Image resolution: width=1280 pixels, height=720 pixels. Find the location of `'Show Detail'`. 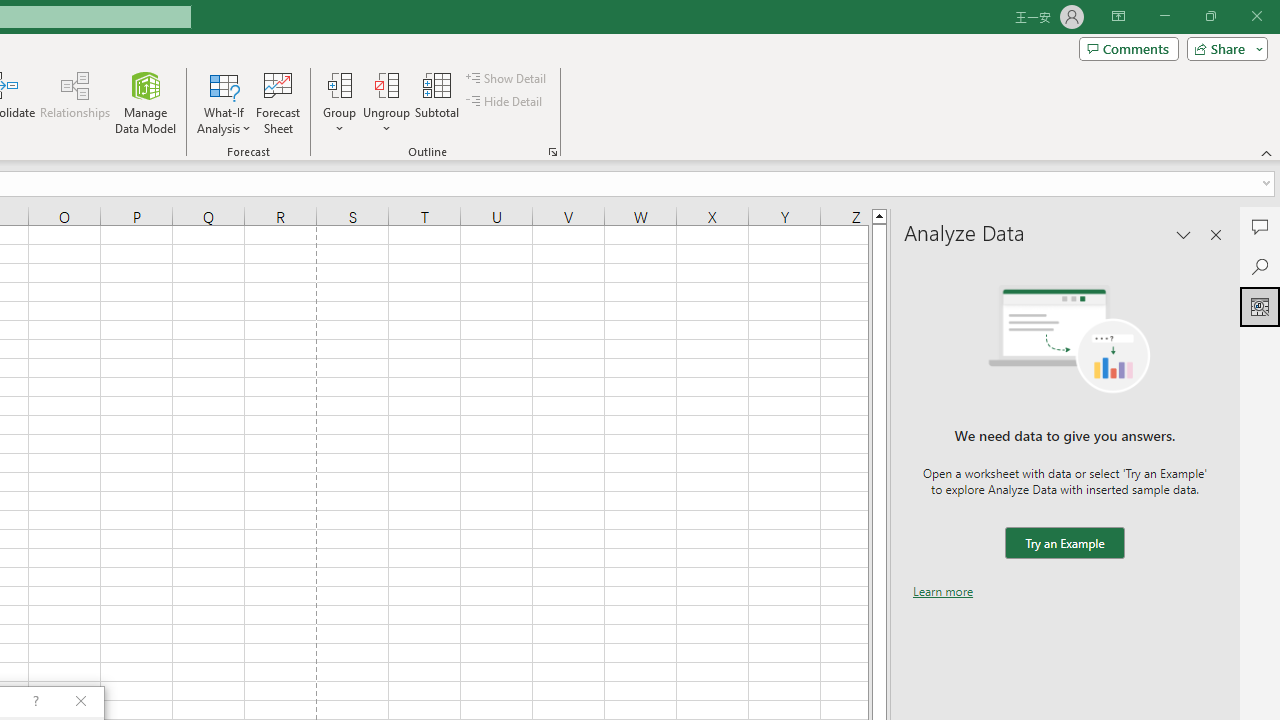

'Show Detail' is located at coordinates (507, 77).